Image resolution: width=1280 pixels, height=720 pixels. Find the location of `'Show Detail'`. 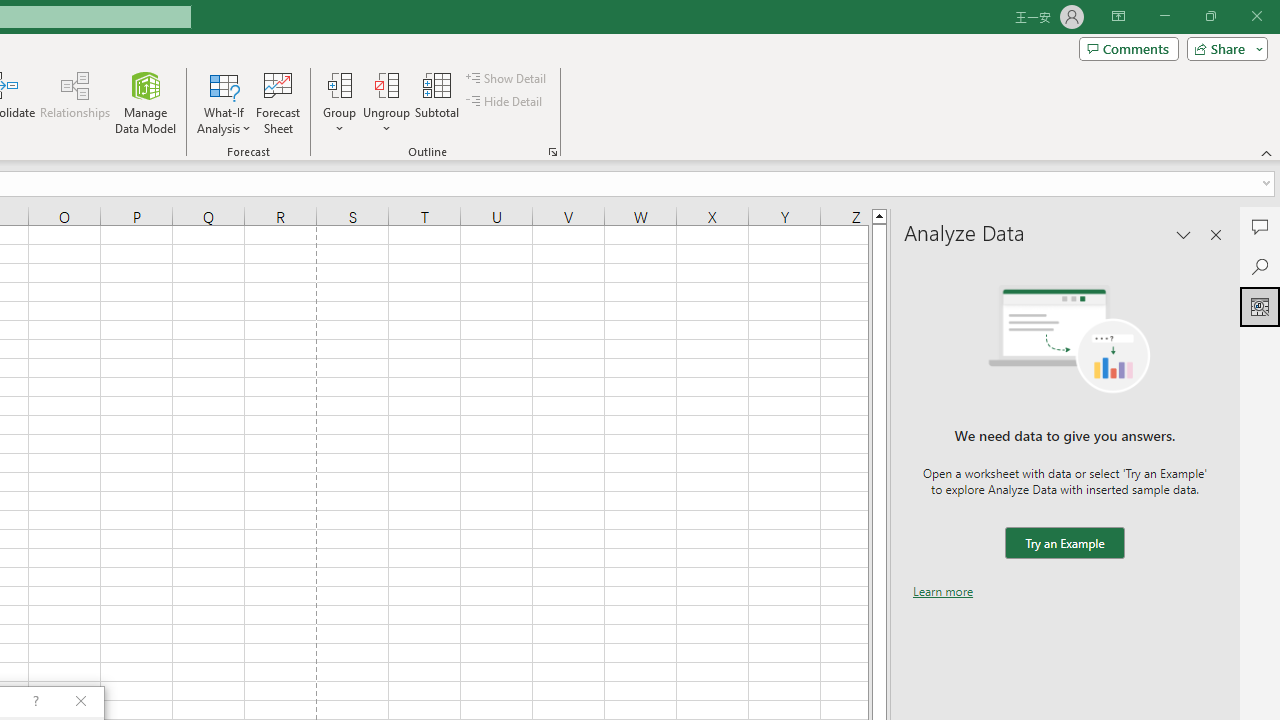

'Show Detail' is located at coordinates (507, 77).